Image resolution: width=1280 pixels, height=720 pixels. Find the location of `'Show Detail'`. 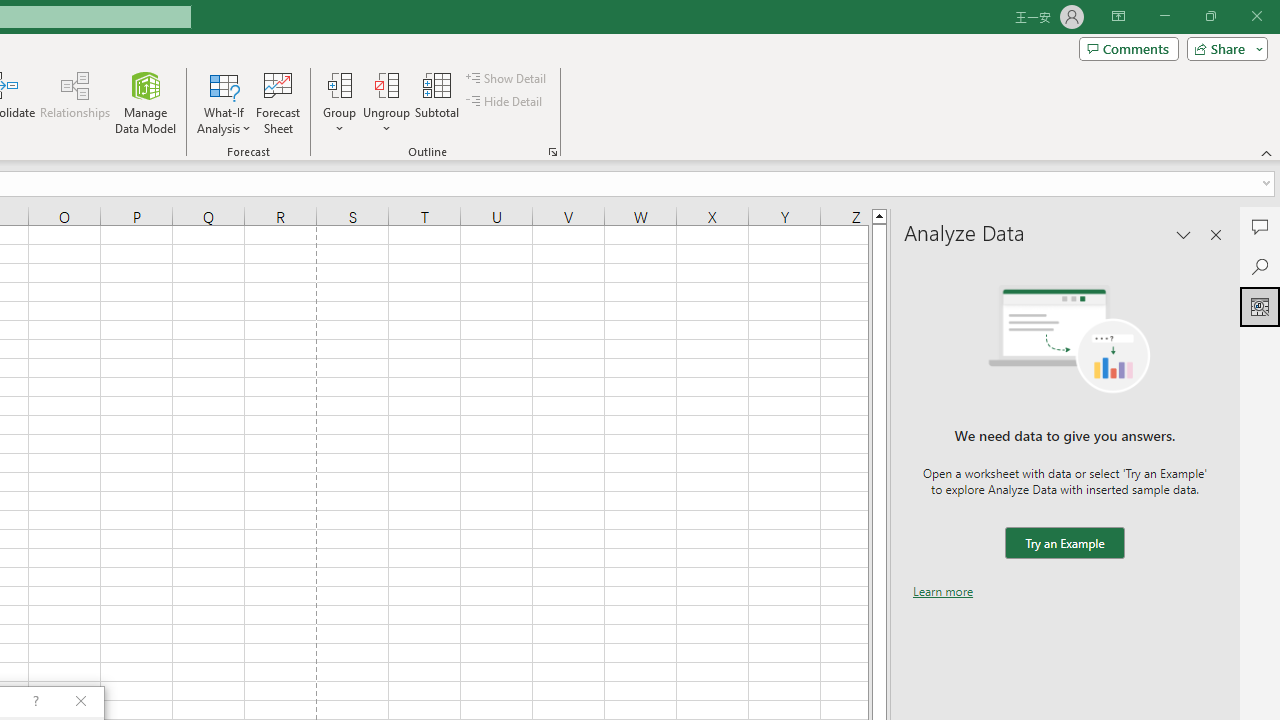

'Show Detail' is located at coordinates (507, 77).